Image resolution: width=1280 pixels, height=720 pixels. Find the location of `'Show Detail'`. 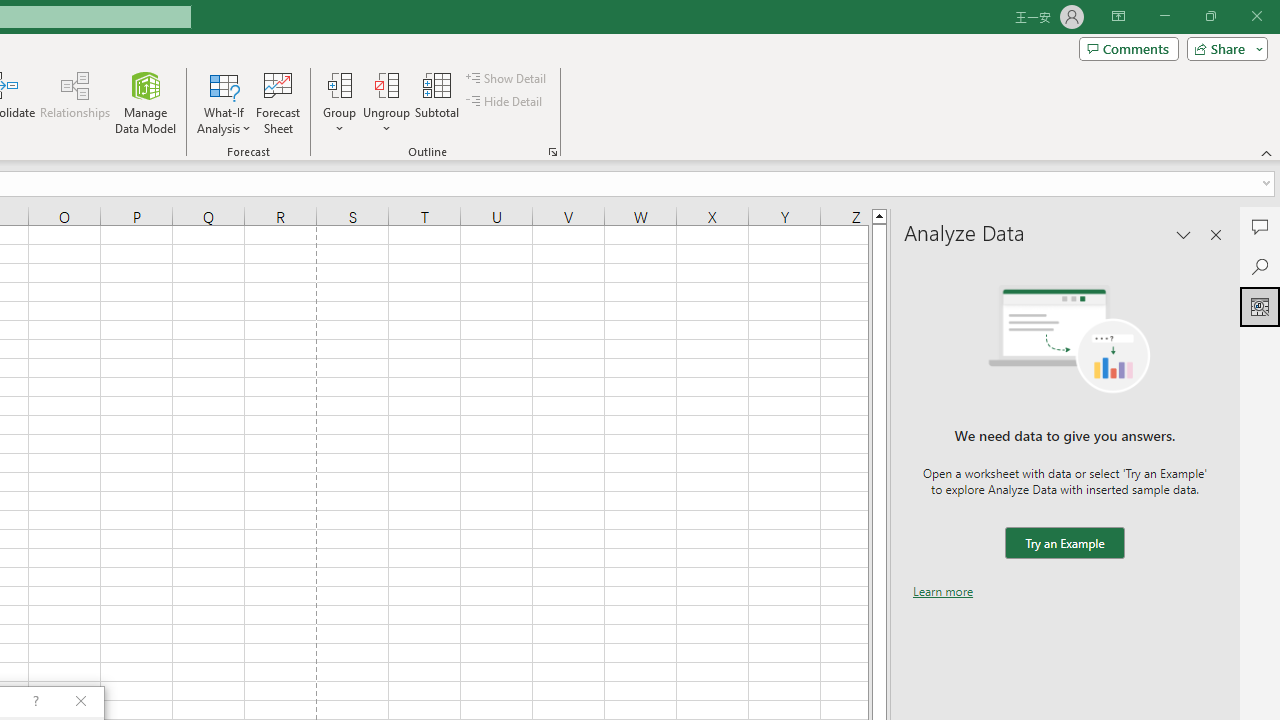

'Show Detail' is located at coordinates (507, 77).